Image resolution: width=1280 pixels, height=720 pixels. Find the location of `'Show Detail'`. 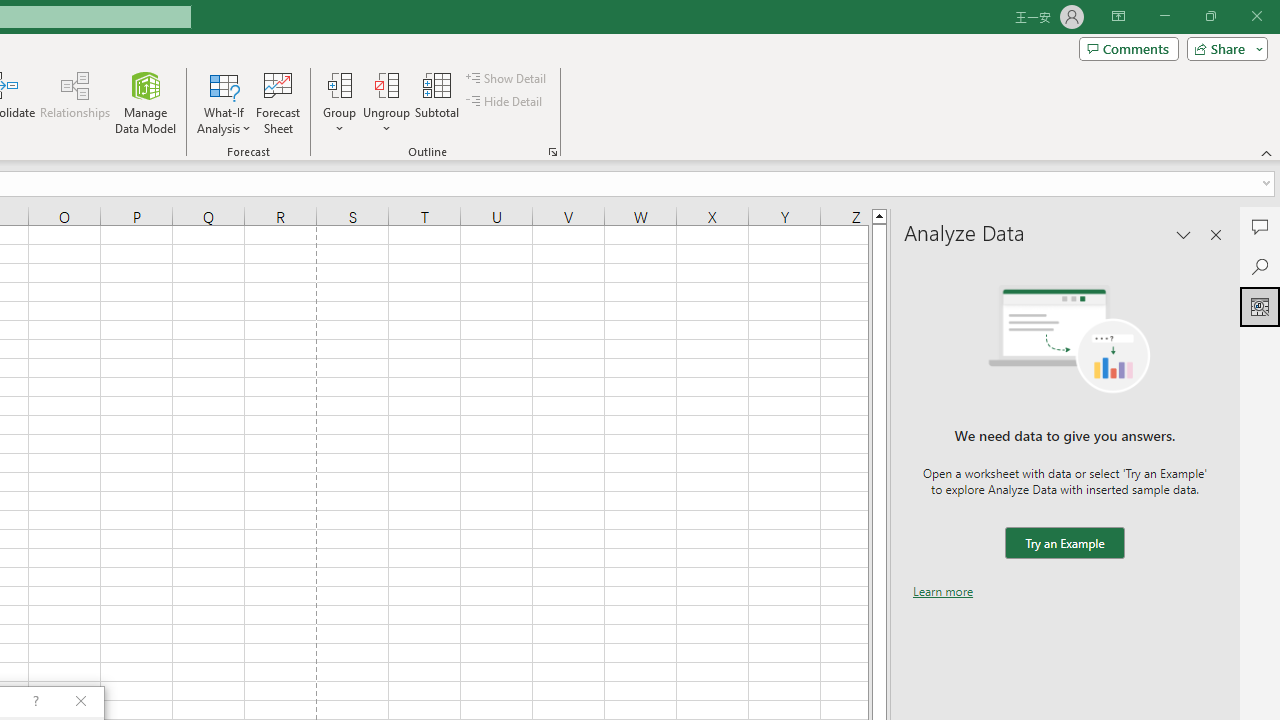

'Show Detail' is located at coordinates (507, 77).